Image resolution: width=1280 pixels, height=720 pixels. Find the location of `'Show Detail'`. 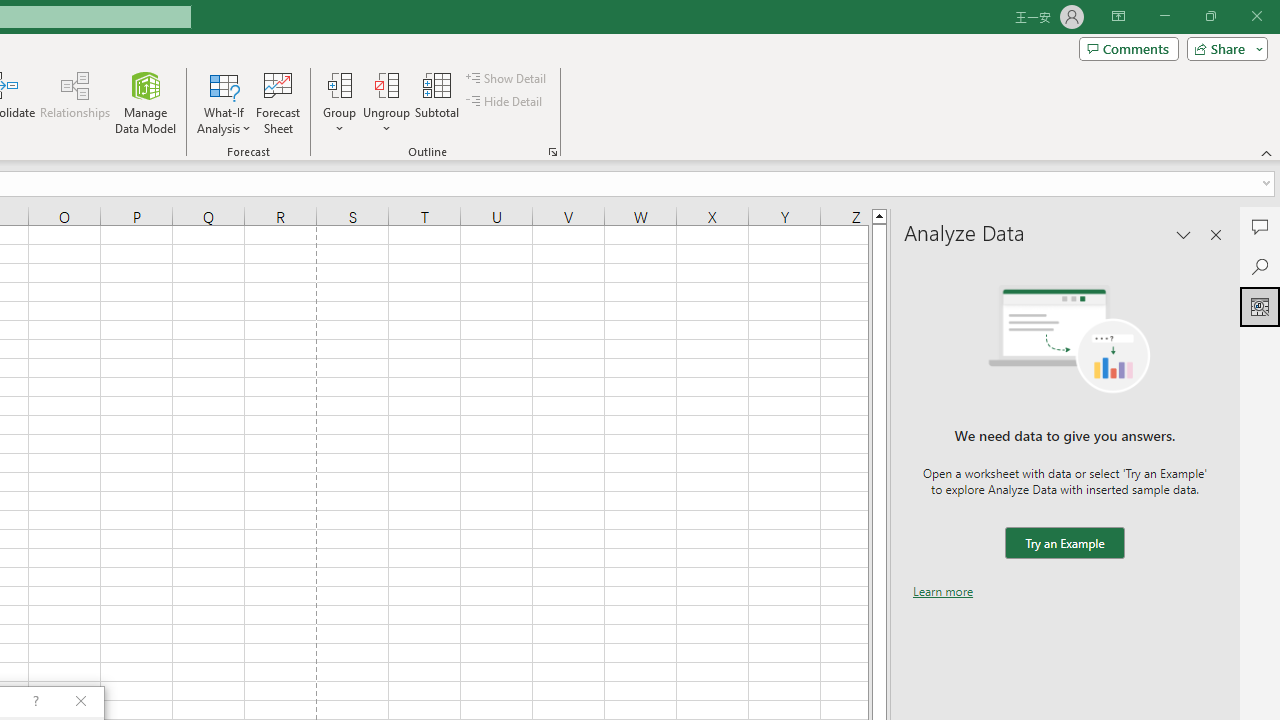

'Show Detail' is located at coordinates (507, 77).